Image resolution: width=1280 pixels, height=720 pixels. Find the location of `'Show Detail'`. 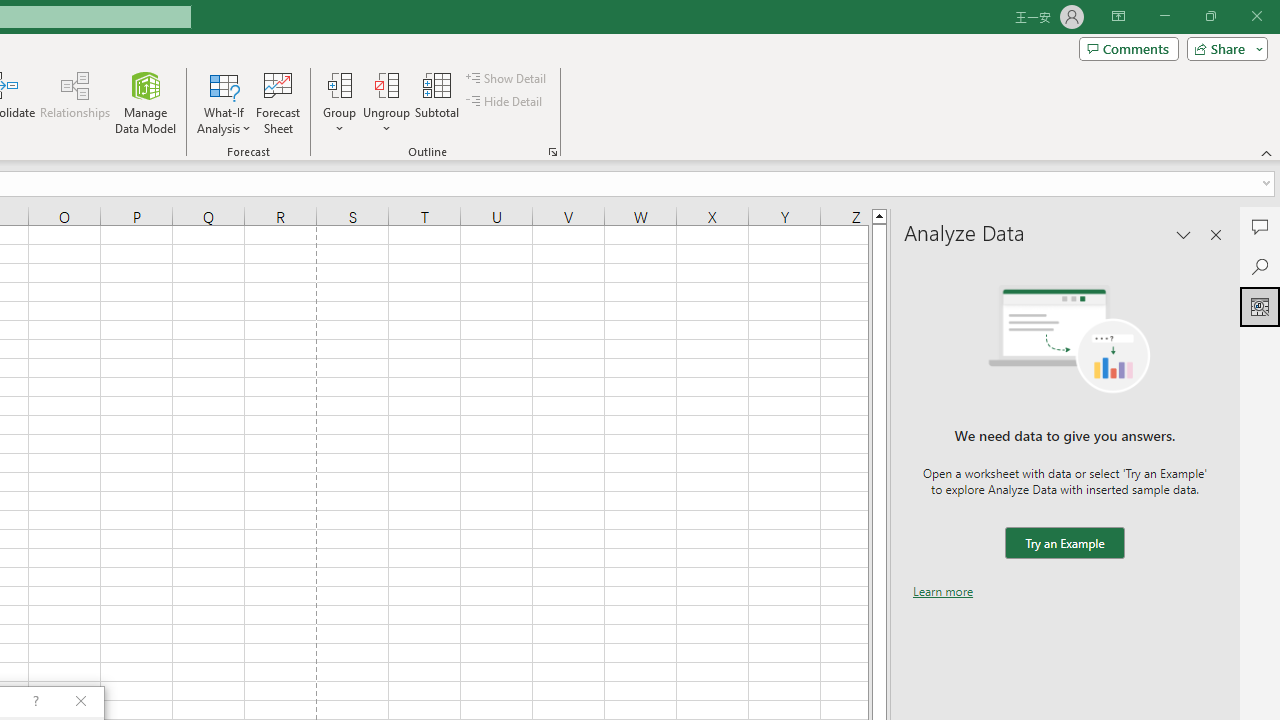

'Show Detail' is located at coordinates (507, 77).